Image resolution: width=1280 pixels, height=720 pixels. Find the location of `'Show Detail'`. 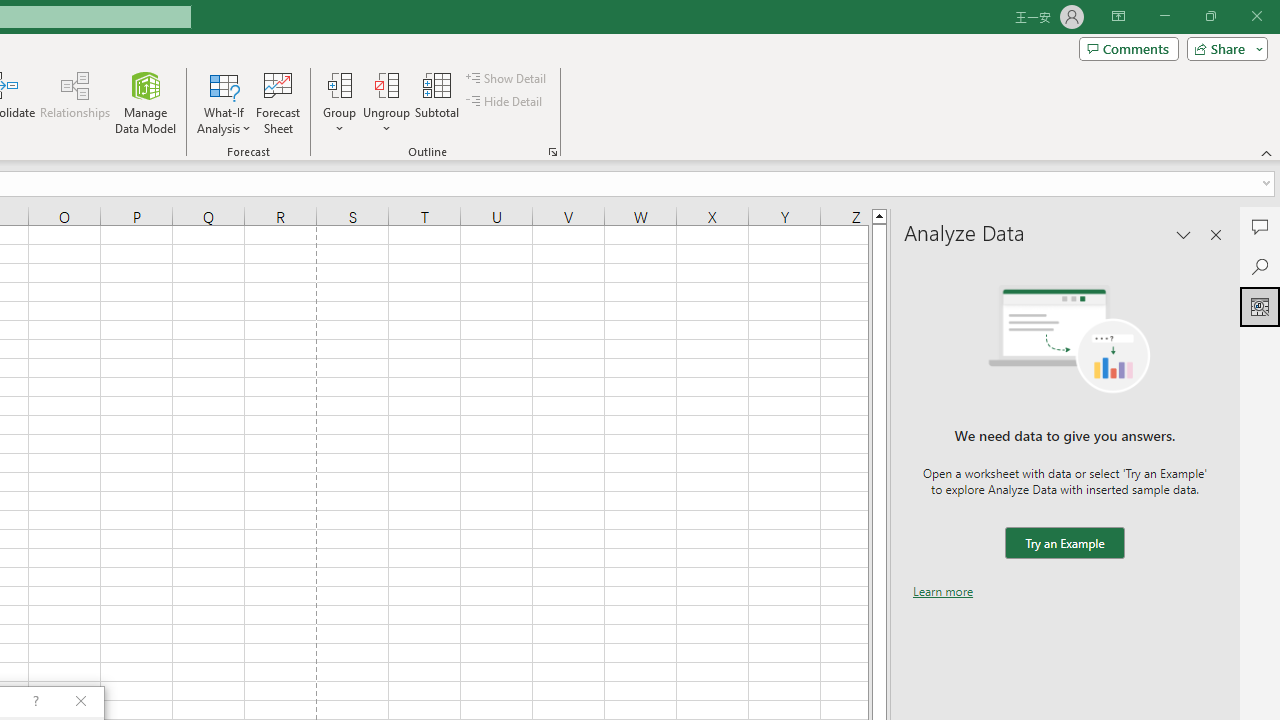

'Show Detail' is located at coordinates (507, 77).